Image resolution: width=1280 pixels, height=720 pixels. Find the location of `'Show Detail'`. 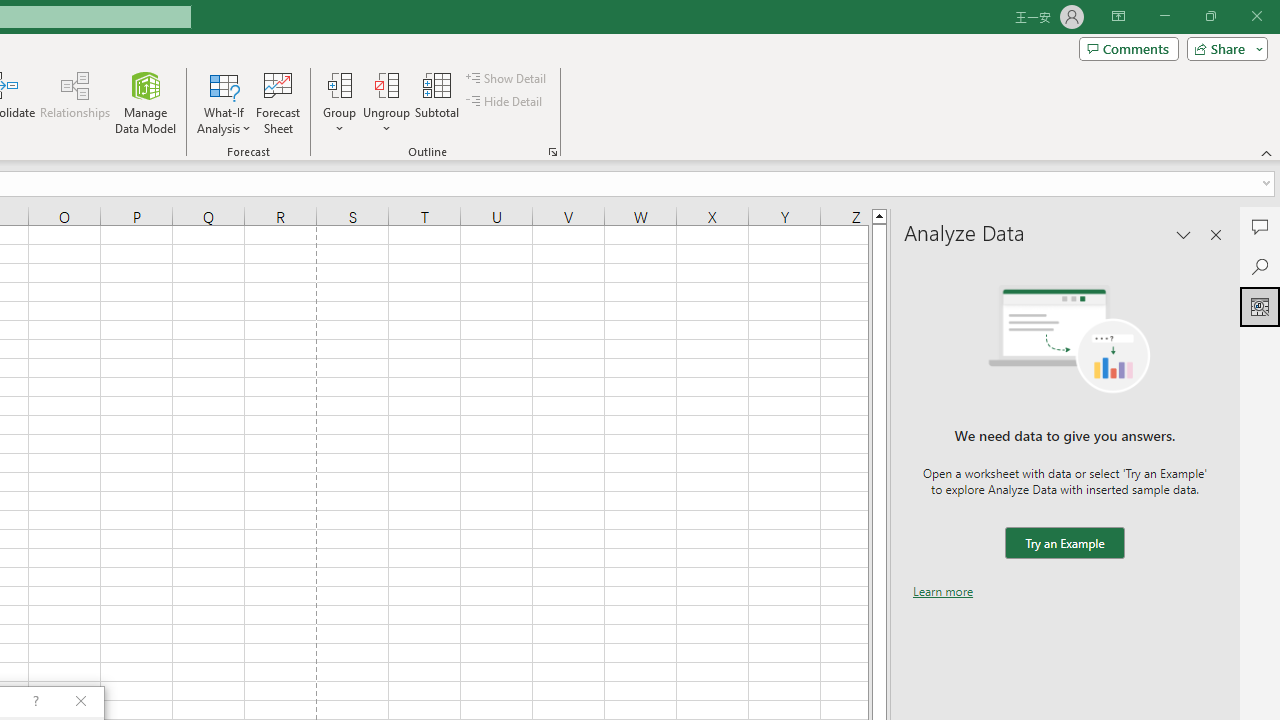

'Show Detail' is located at coordinates (507, 77).